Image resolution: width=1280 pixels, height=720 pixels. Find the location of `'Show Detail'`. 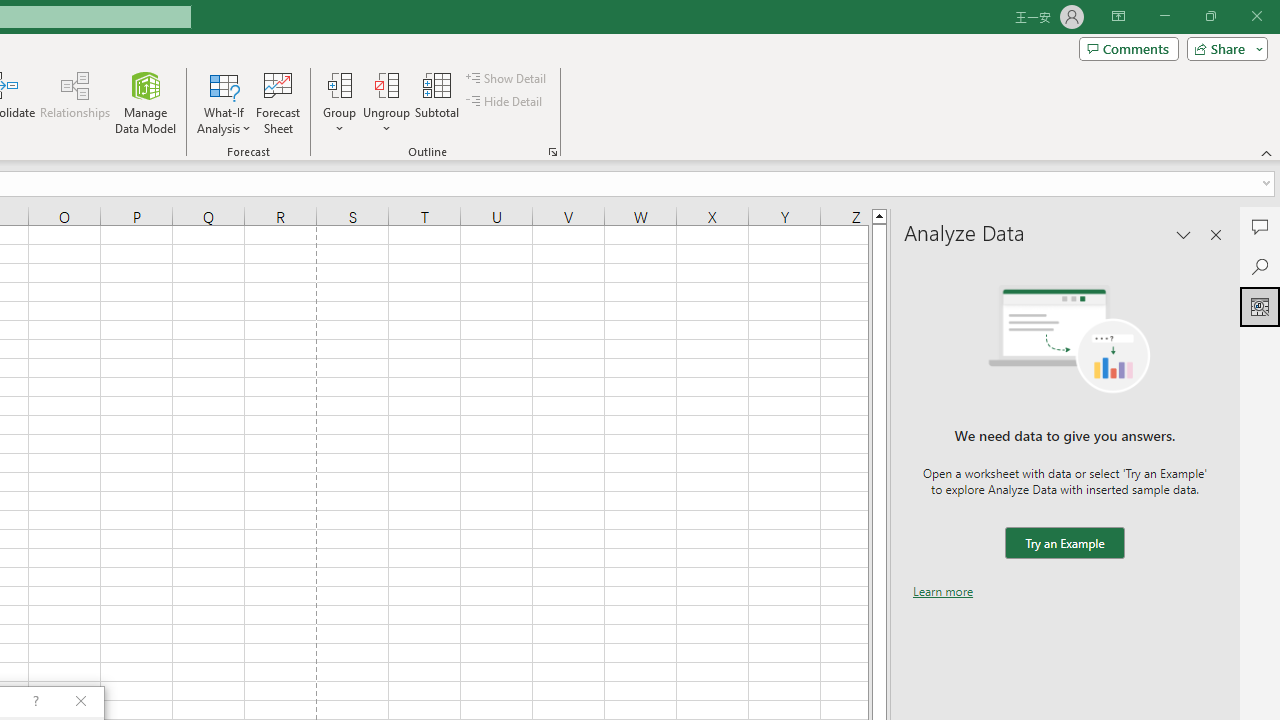

'Show Detail' is located at coordinates (507, 77).